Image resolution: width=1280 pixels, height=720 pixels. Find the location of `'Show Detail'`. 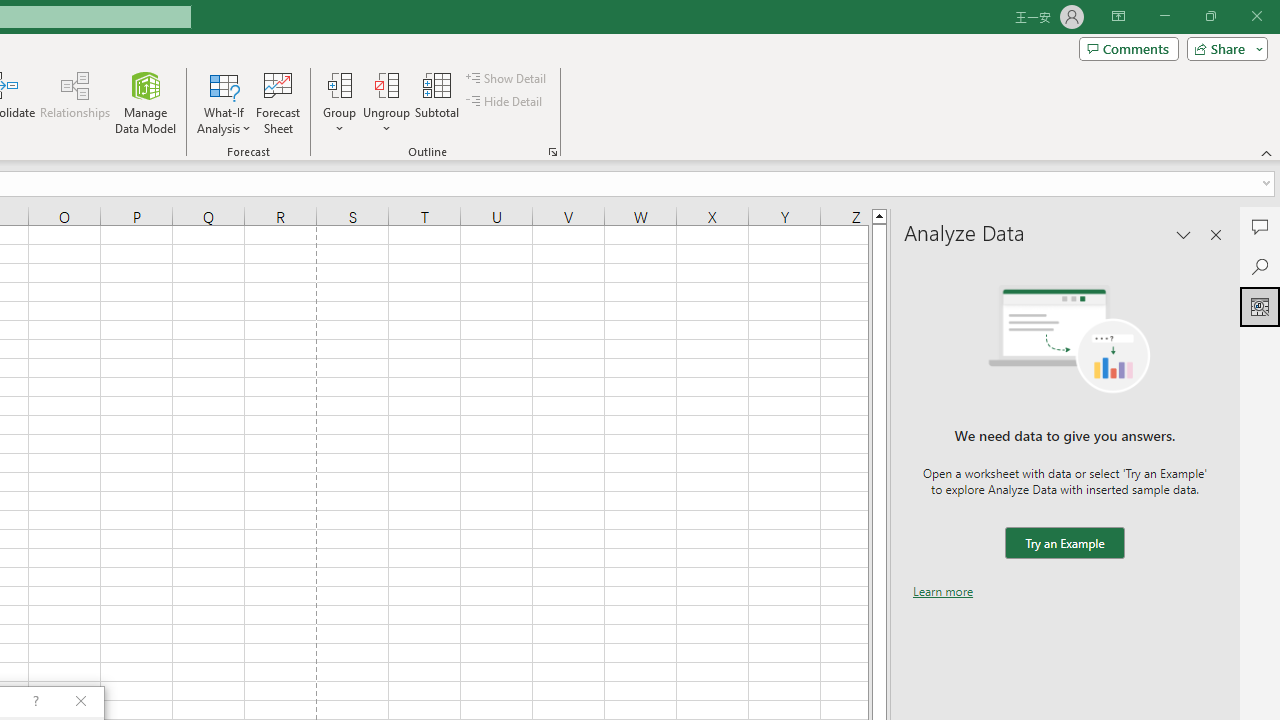

'Show Detail' is located at coordinates (507, 77).